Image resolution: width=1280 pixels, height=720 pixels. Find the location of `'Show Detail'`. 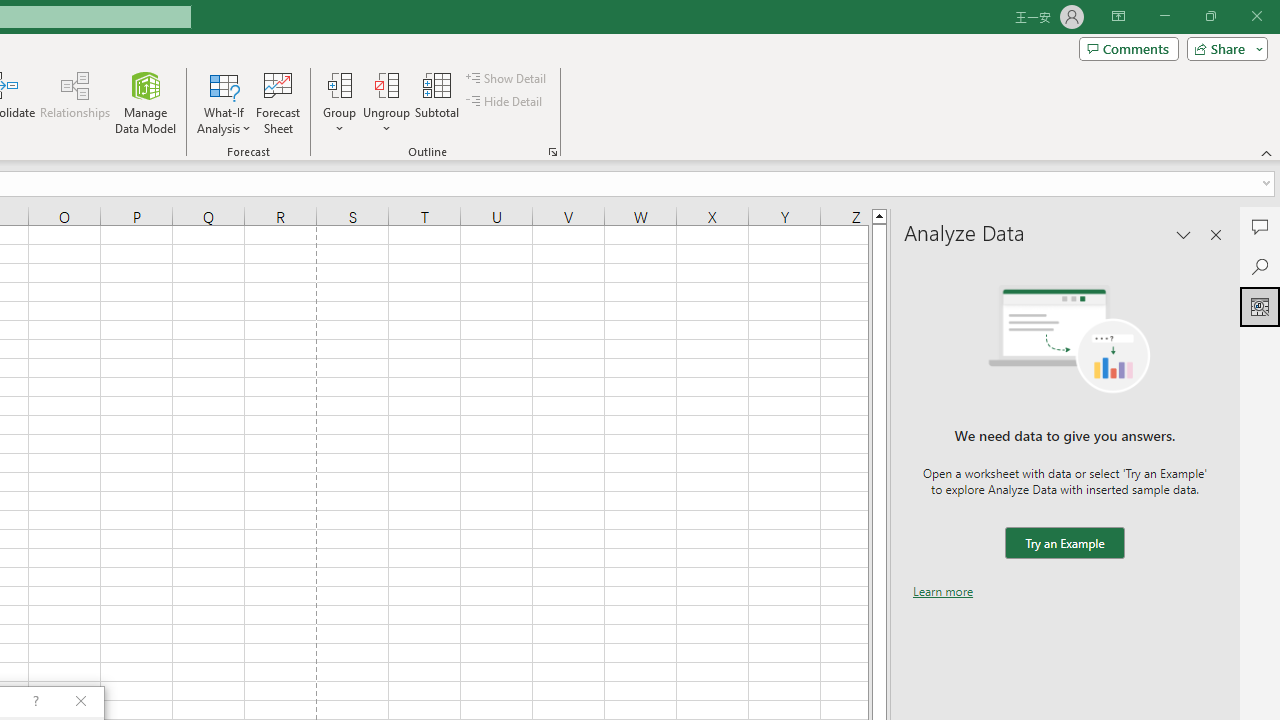

'Show Detail' is located at coordinates (507, 77).